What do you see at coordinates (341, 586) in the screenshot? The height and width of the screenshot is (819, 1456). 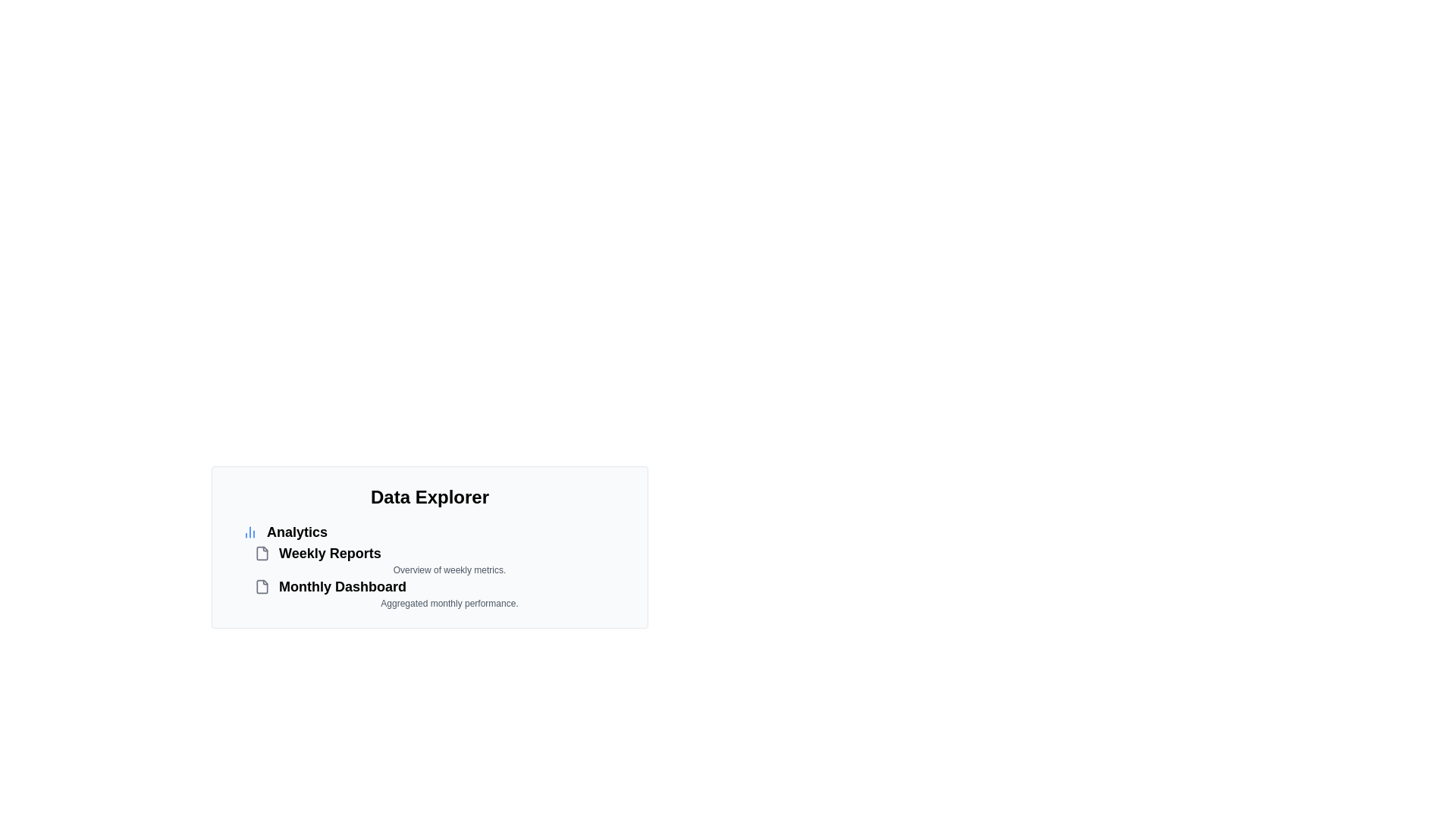 I see `the second textual item under the 'Analytics' category in the 'Data Explorer' section, which is a label indicating content related to a monthly dashboard` at bounding box center [341, 586].